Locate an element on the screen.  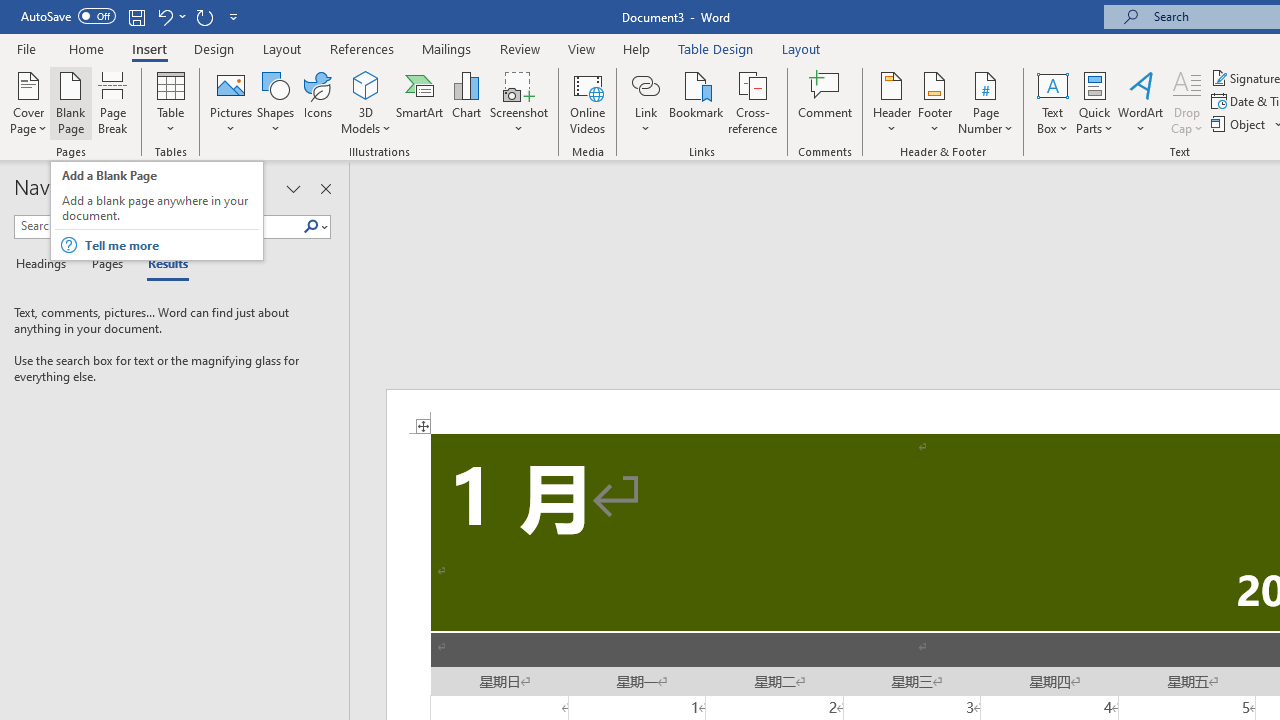
'Undo Apply Quick Style' is located at coordinates (170, 16).